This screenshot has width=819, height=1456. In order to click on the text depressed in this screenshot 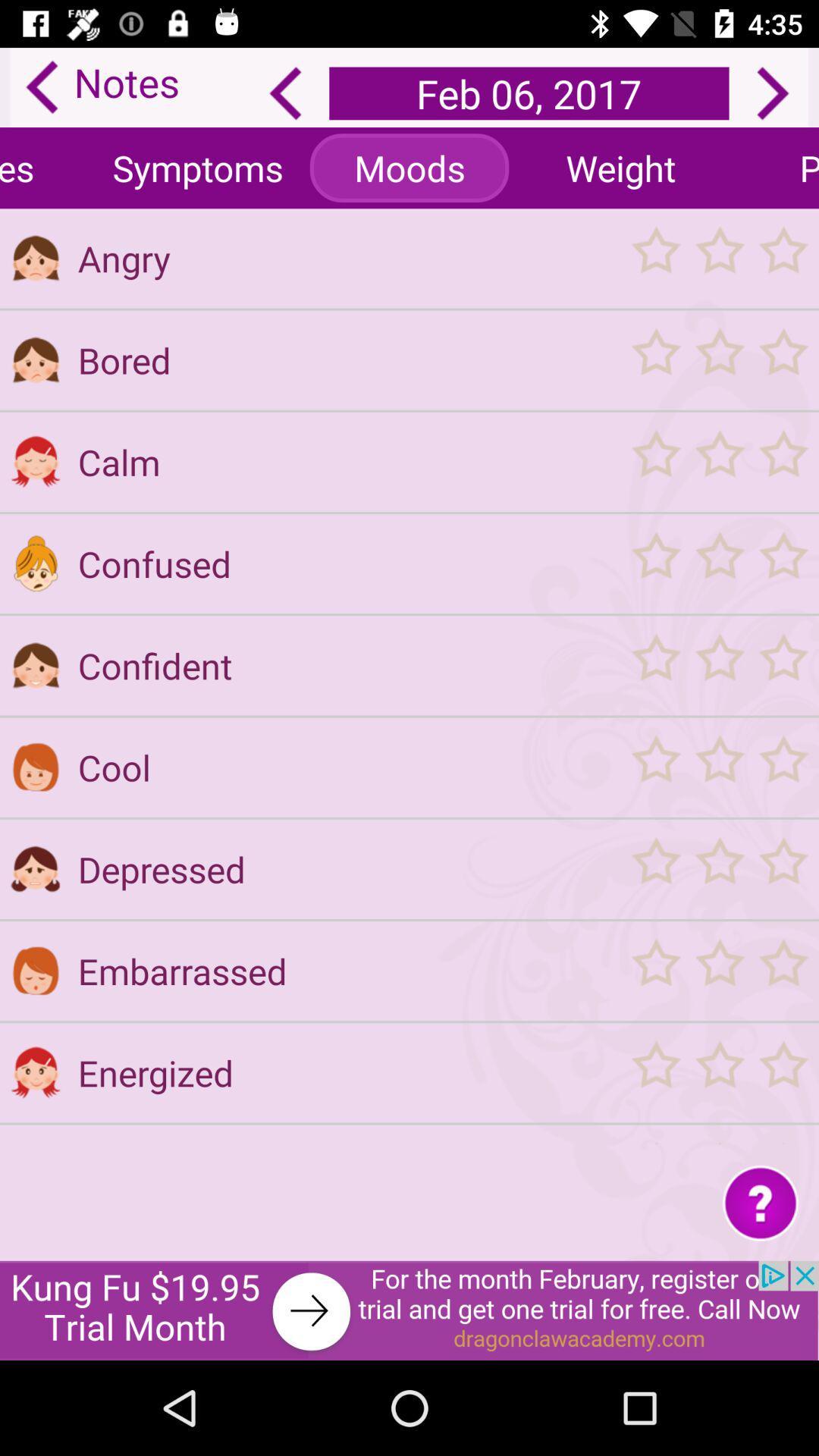, I will do `click(345, 869)`.